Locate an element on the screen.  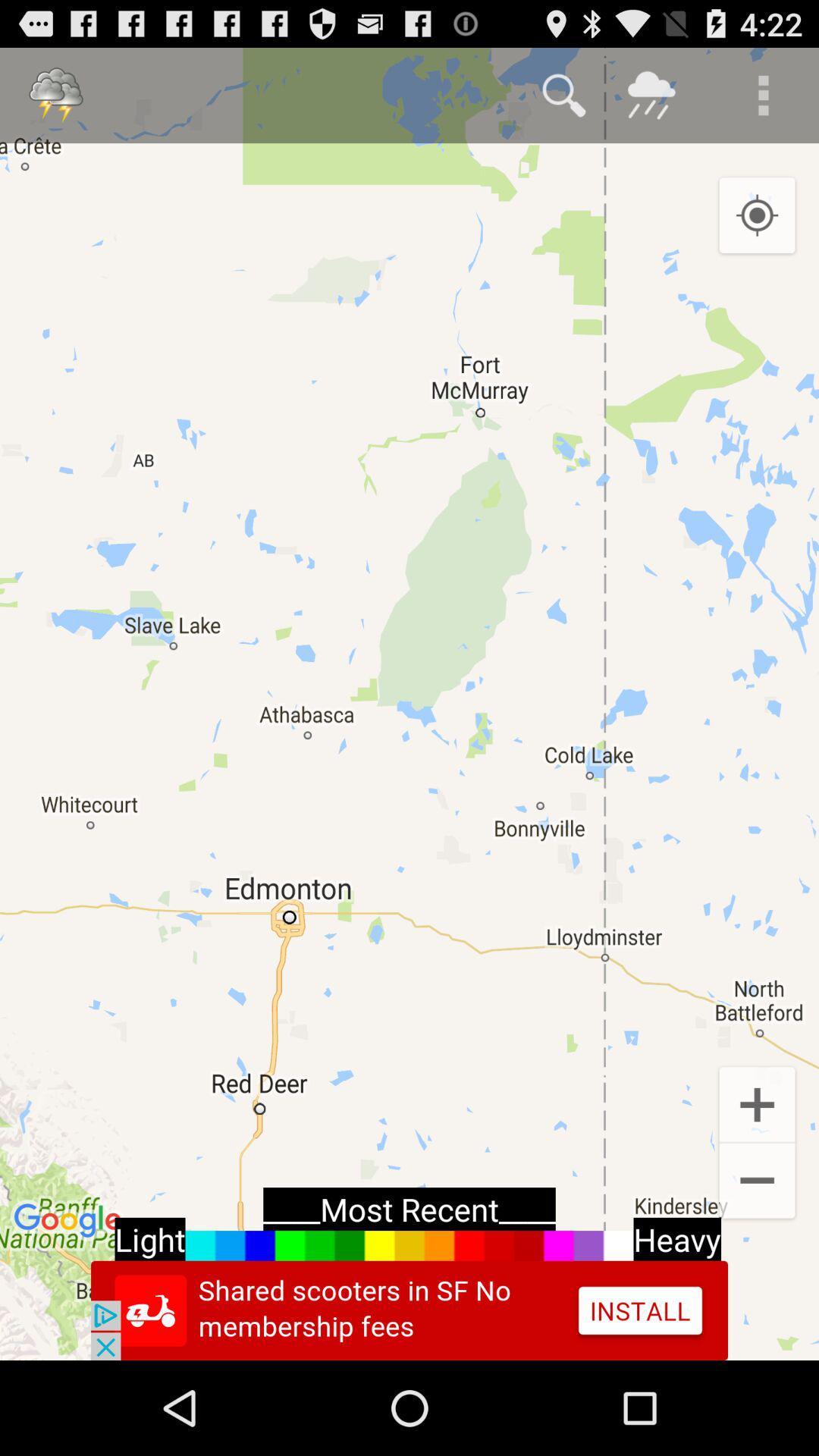
the location_crosshair icon is located at coordinates (757, 231).